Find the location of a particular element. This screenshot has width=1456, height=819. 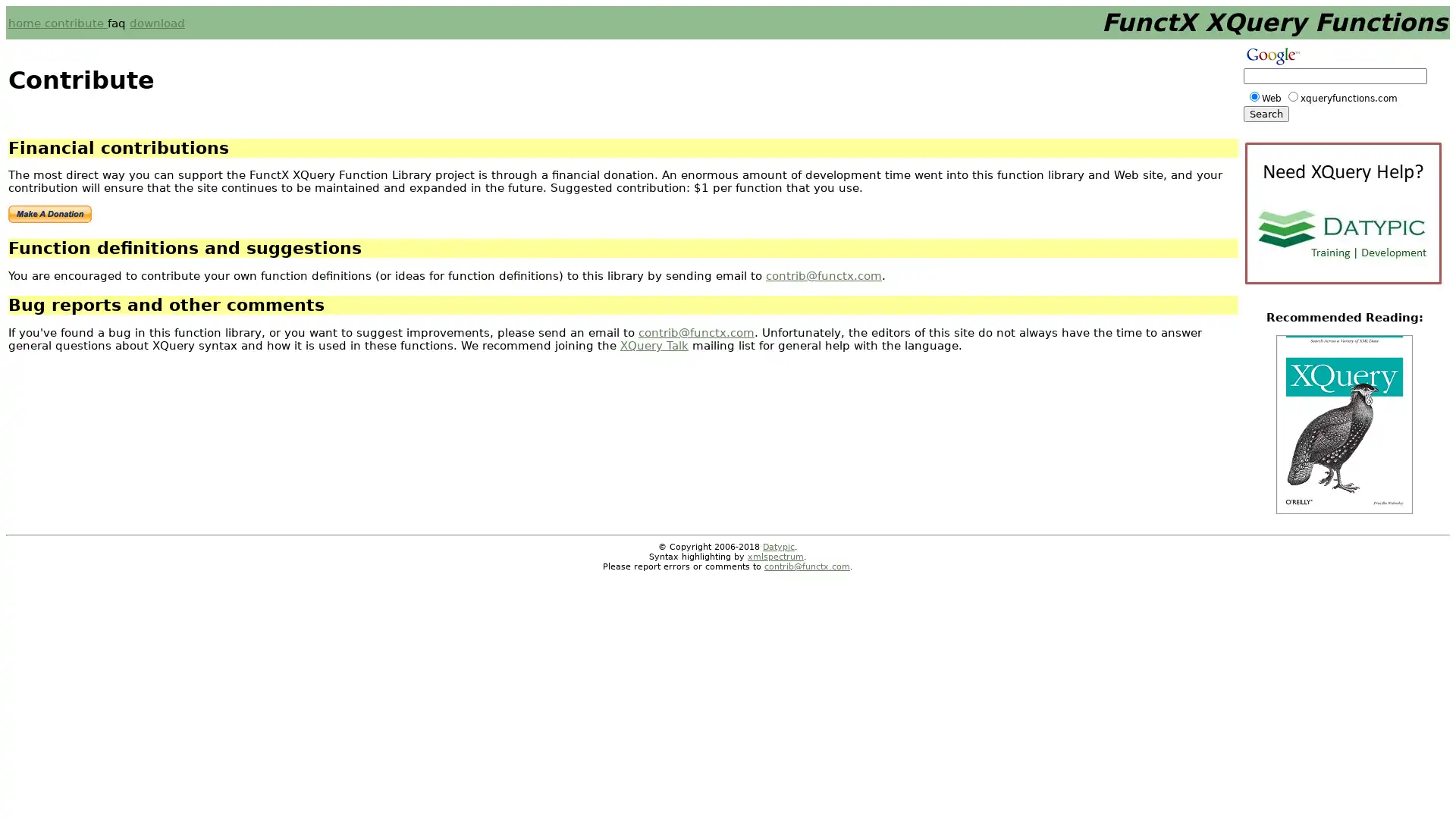

Make payments with PayPal - it's fast, free and secure! is located at coordinates (50, 213).